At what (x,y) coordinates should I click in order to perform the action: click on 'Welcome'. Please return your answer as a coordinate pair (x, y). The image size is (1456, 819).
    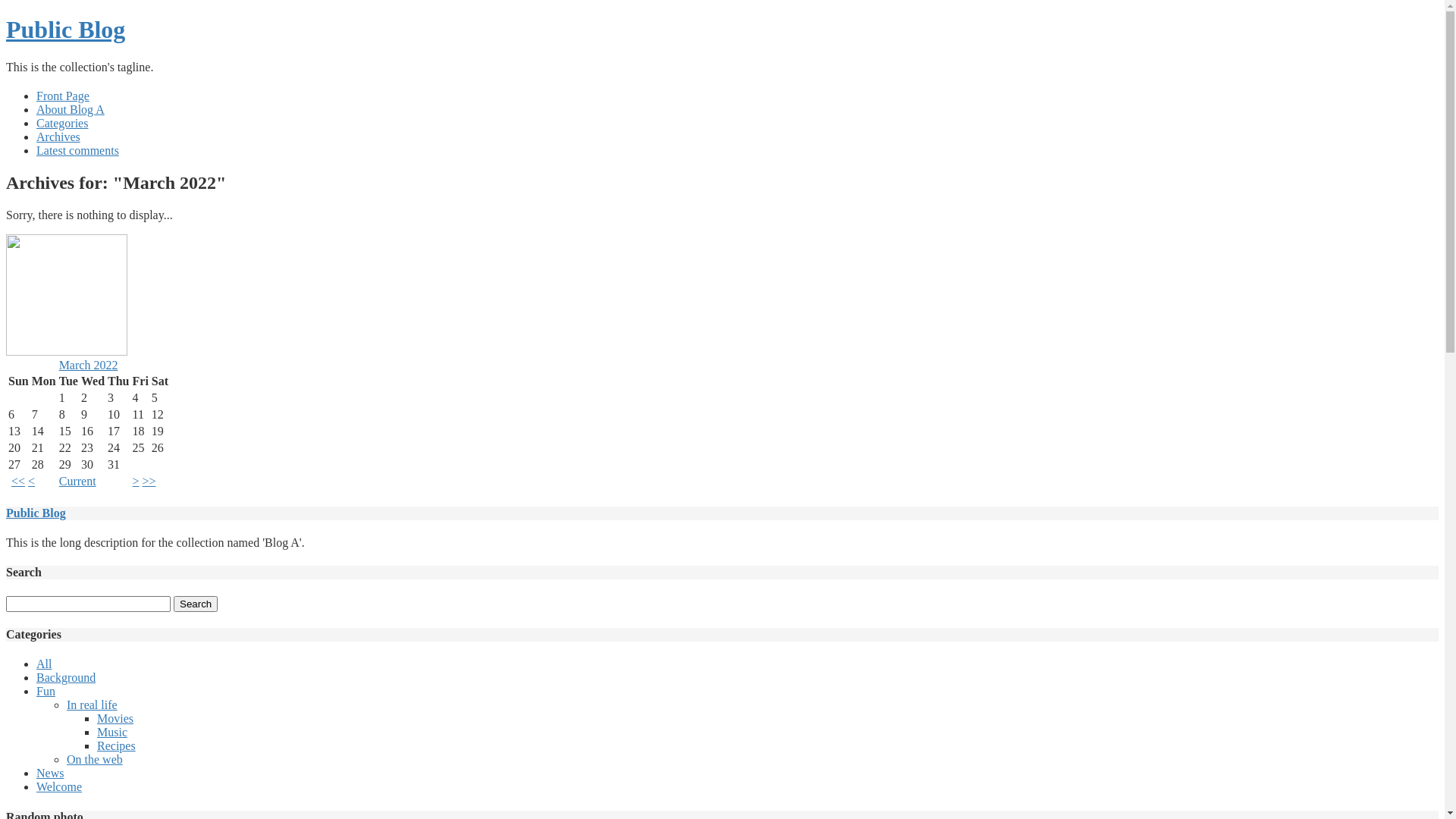
    Looking at the image, I should click on (58, 786).